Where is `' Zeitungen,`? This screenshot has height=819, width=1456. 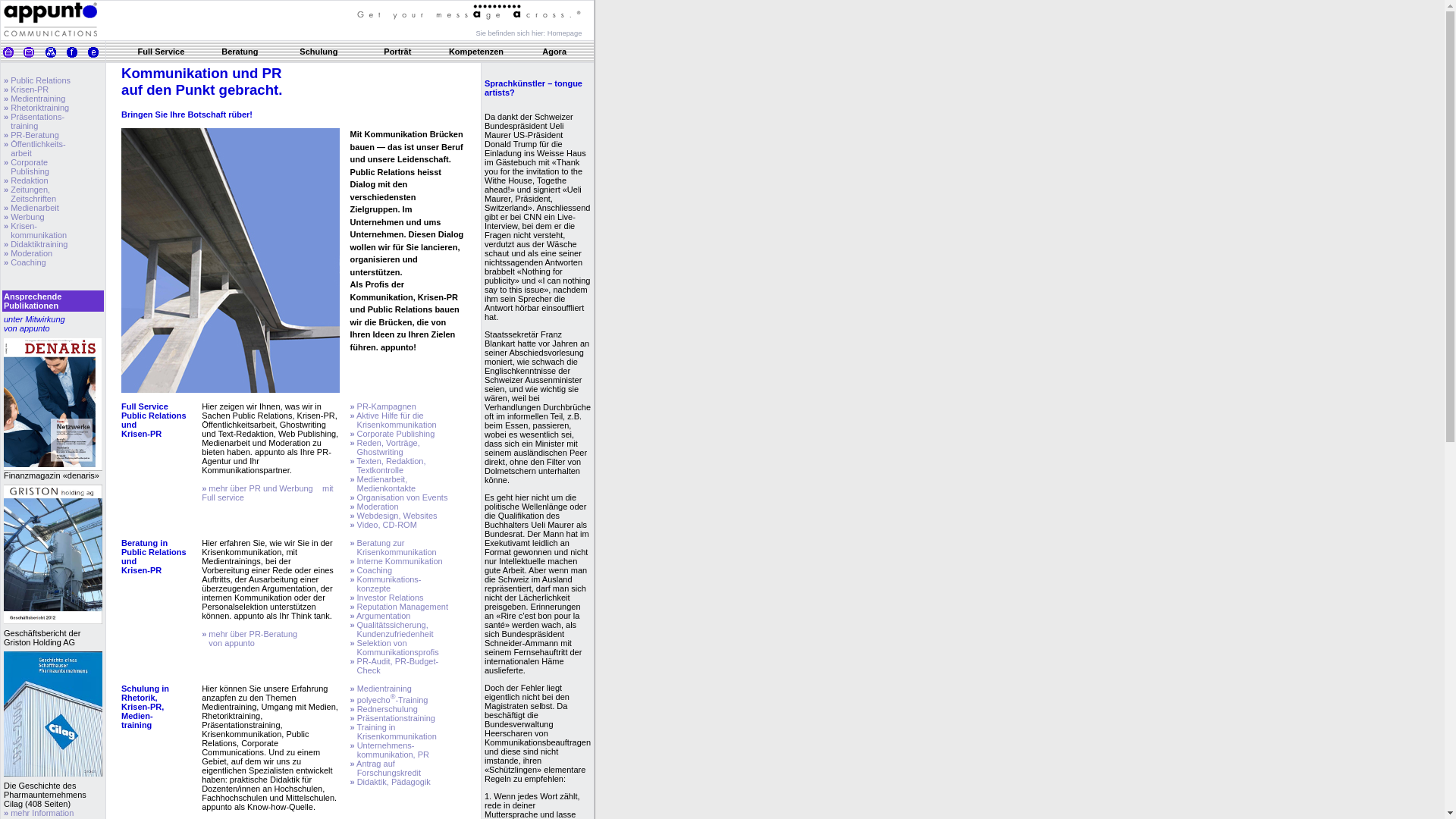 ' Zeitungen, is located at coordinates (30, 193).